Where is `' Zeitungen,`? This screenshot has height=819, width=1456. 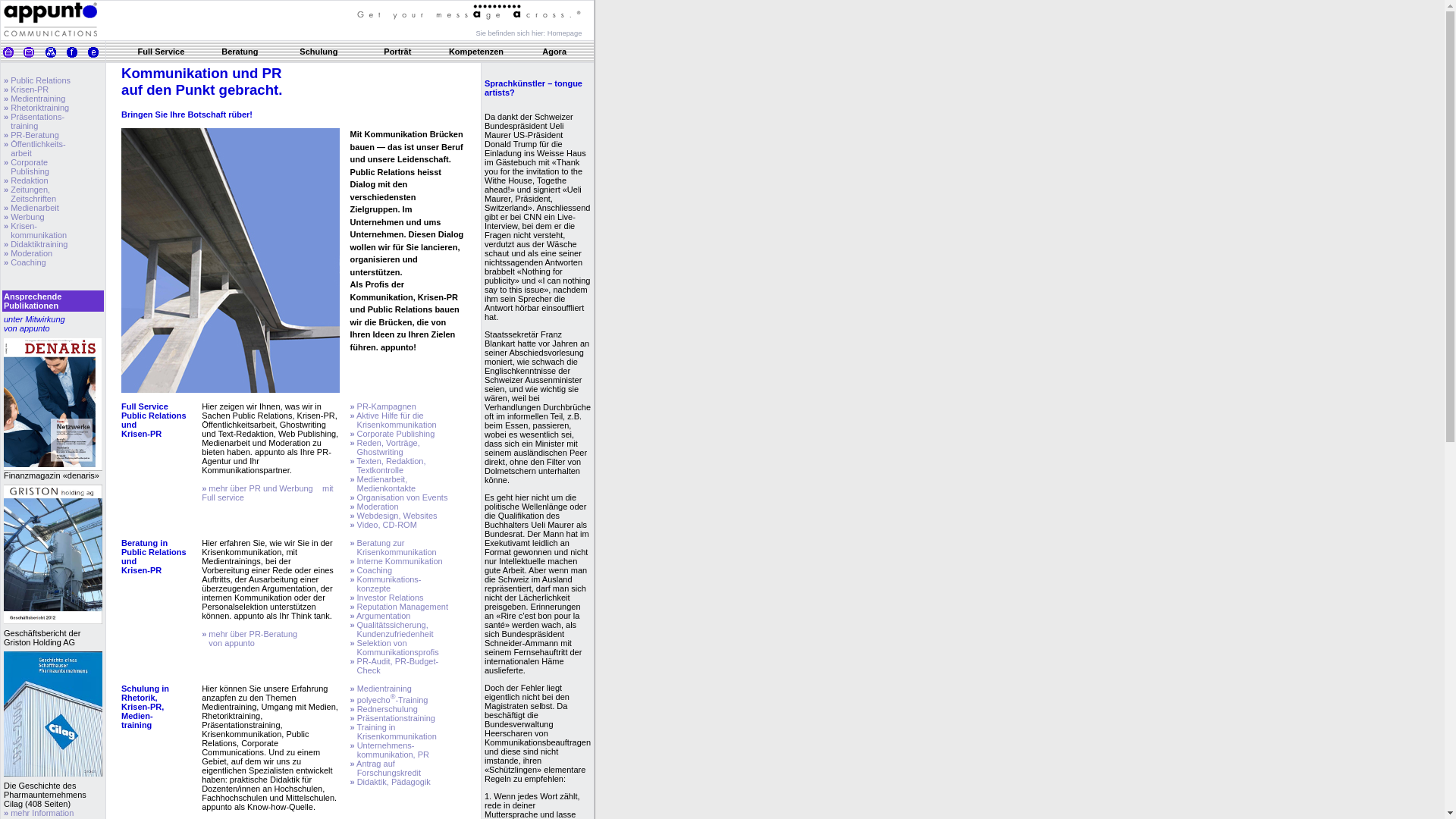 ' Zeitungen, is located at coordinates (30, 193).